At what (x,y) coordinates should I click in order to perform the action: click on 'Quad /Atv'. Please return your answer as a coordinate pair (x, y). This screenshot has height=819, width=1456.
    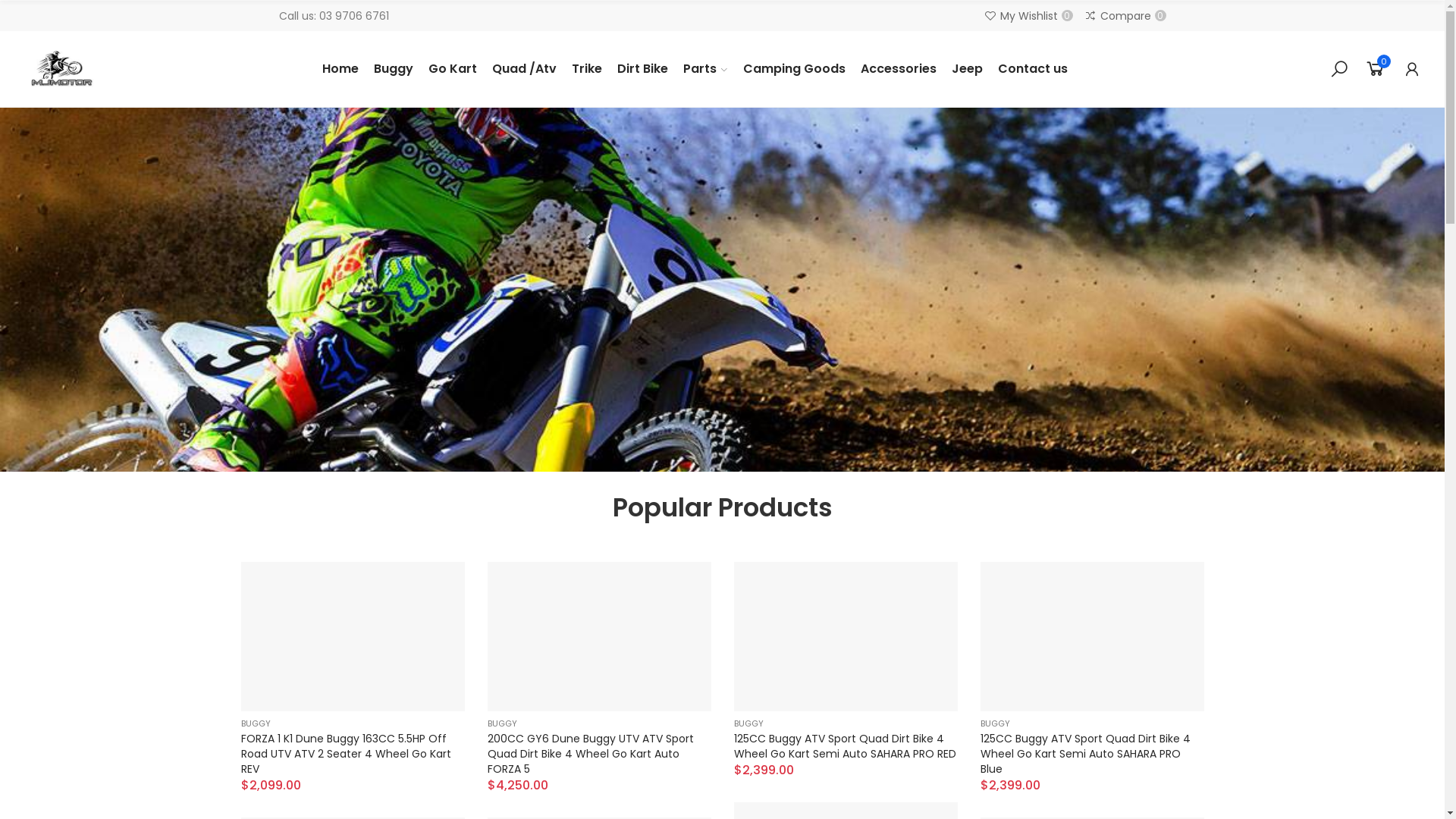
    Looking at the image, I should click on (524, 69).